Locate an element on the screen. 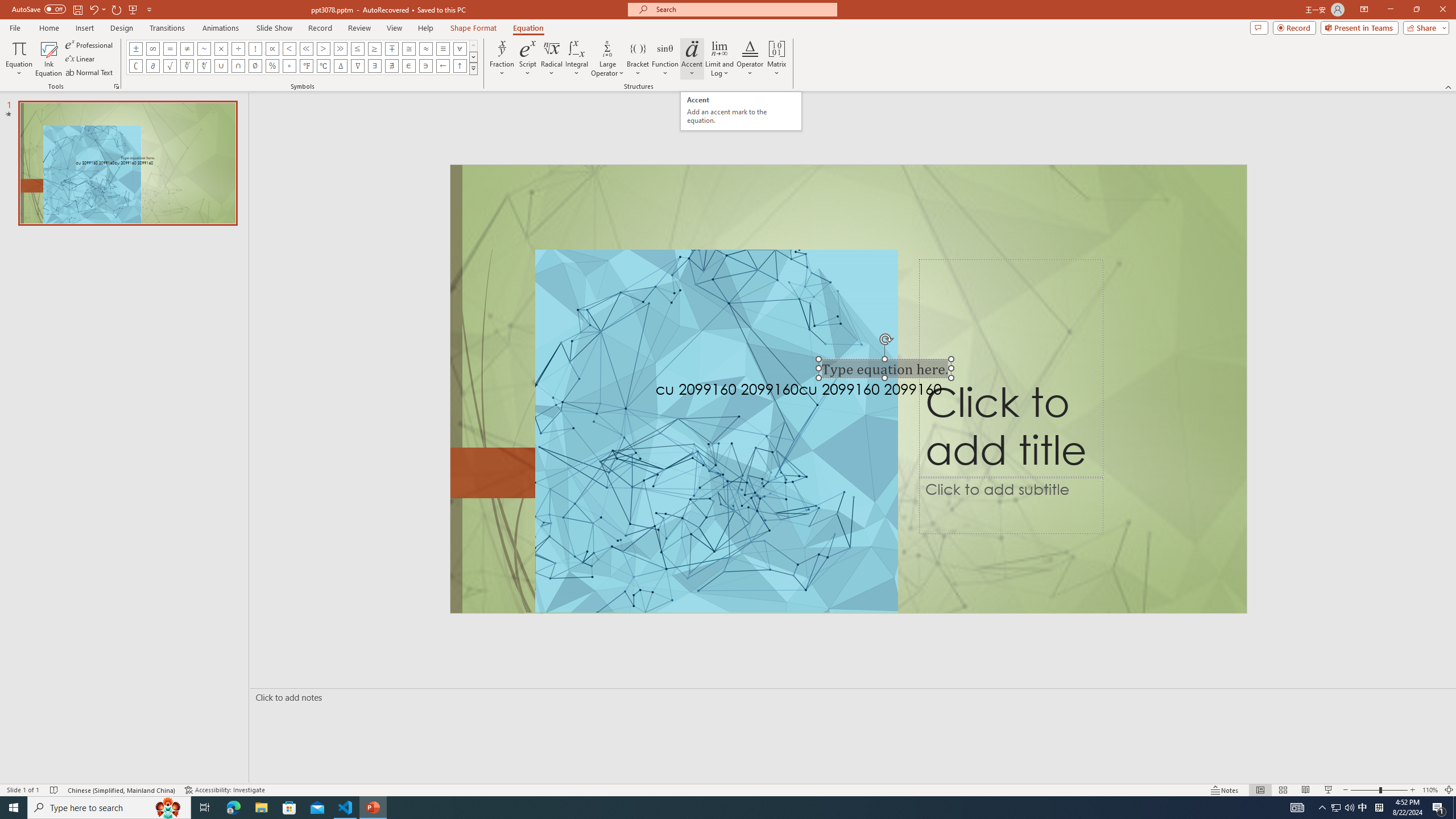 The width and height of the screenshot is (1456, 819). 'Ink Equation' is located at coordinates (48, 59).